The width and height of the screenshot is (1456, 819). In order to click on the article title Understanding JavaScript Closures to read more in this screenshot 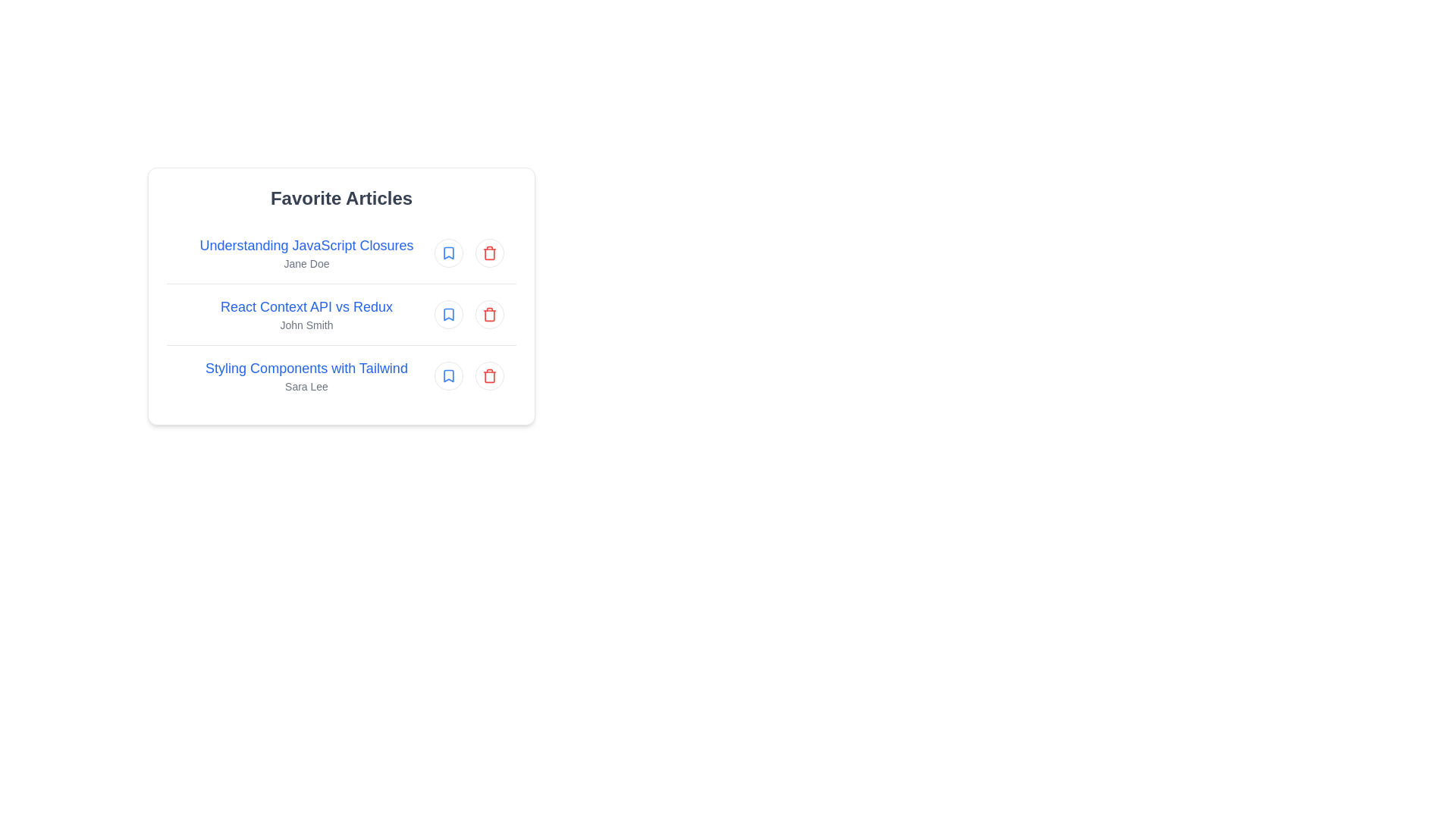, I will do `click(306, 245)`.